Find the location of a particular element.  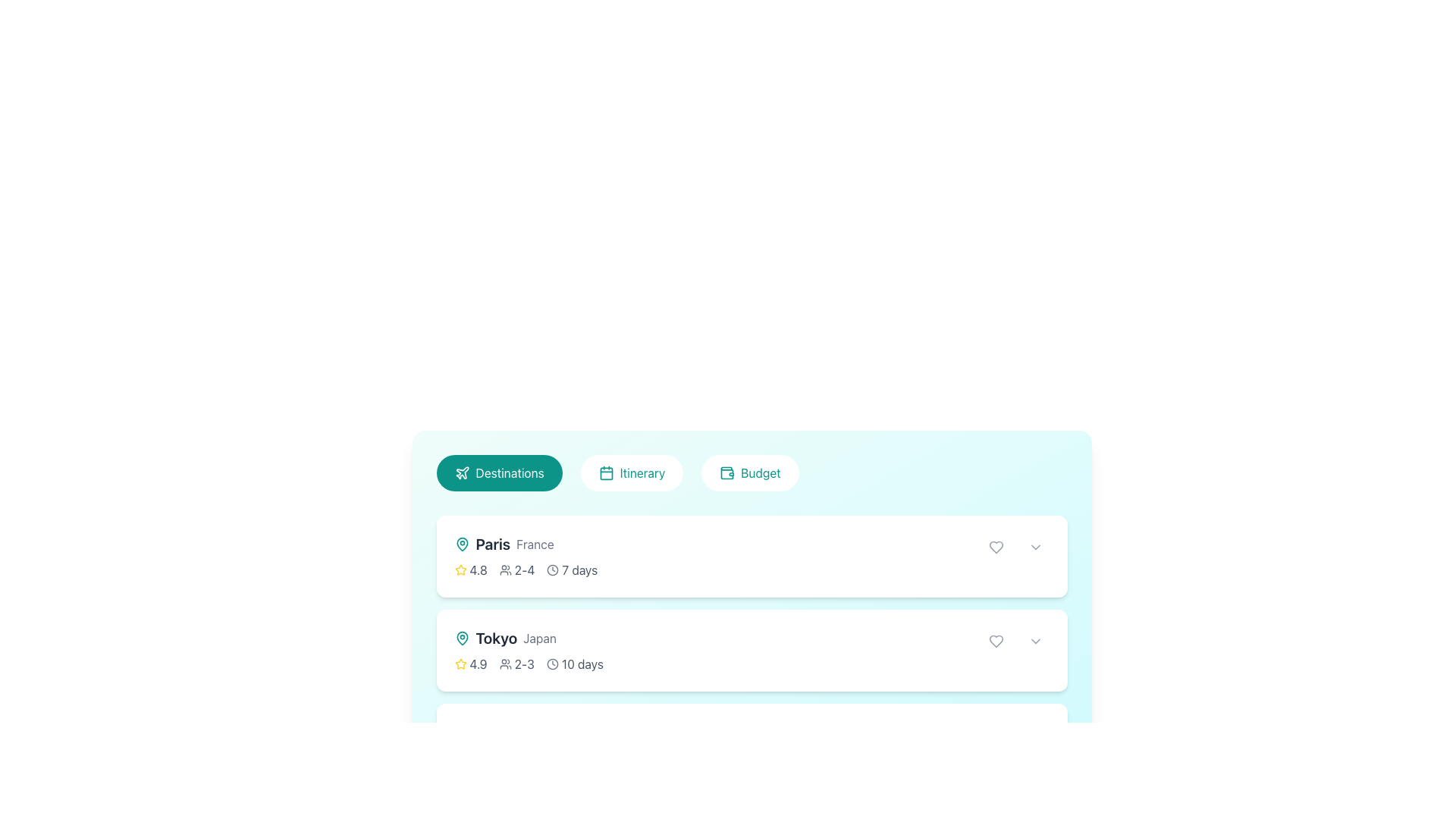

the label displaying 'Tokyo' and 'Japan' is located at coordinates (529, 638).